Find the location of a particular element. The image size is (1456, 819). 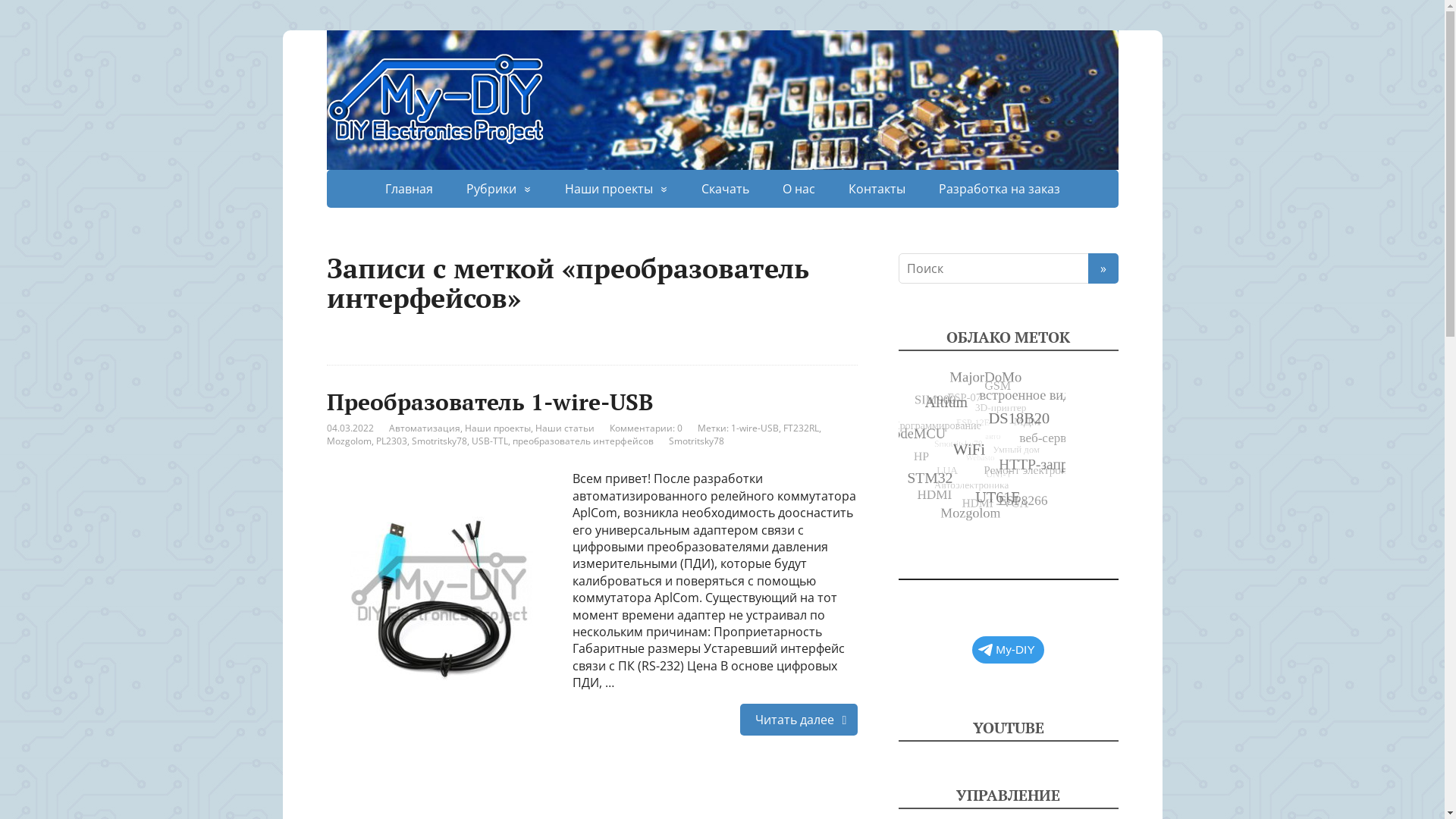

'USB-TTL' is located at coordinates (490, 441).